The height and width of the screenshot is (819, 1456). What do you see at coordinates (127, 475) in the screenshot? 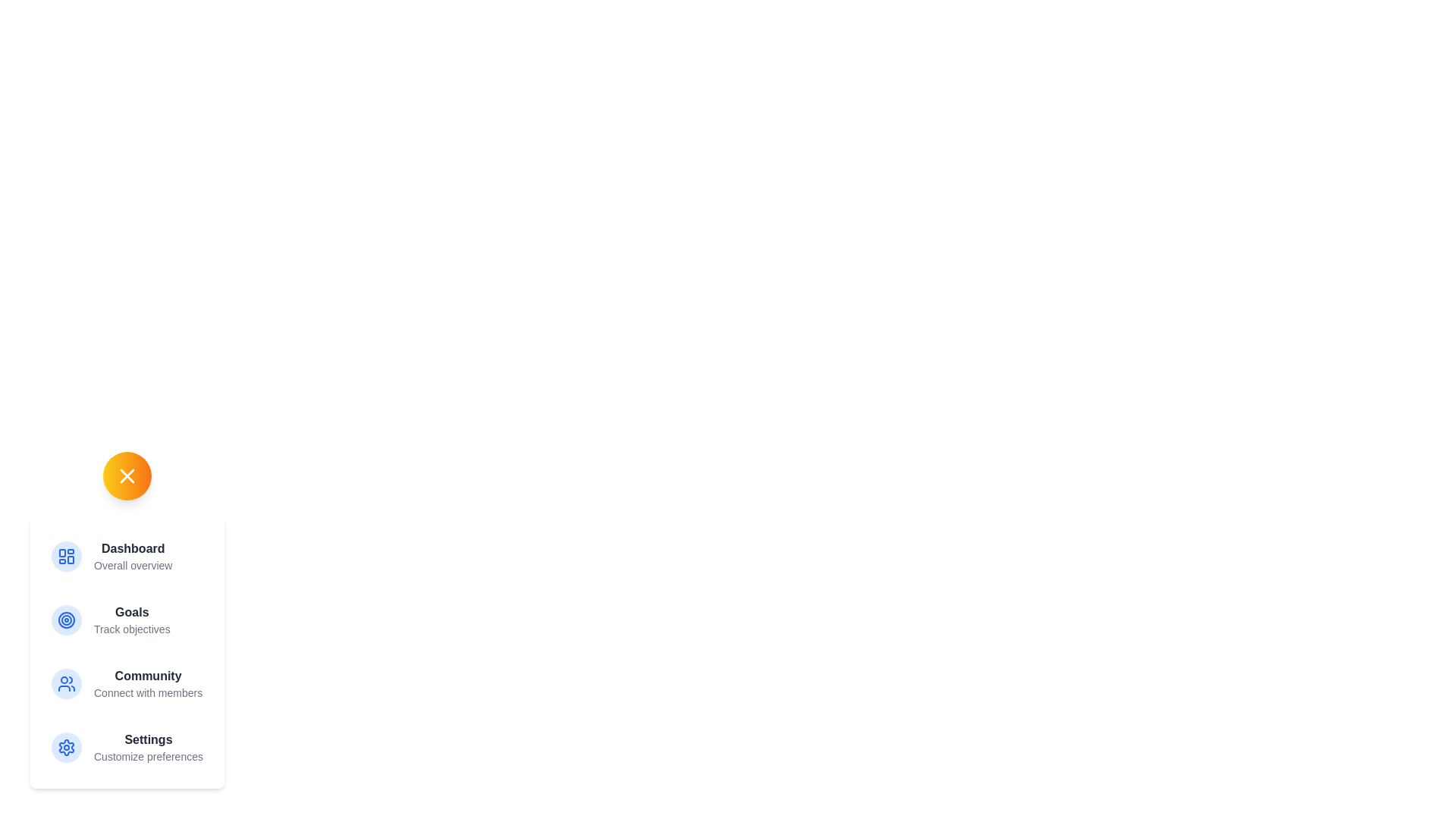
I see `the header button to toggle the panel's visibility` at bounding box center [127, 475].